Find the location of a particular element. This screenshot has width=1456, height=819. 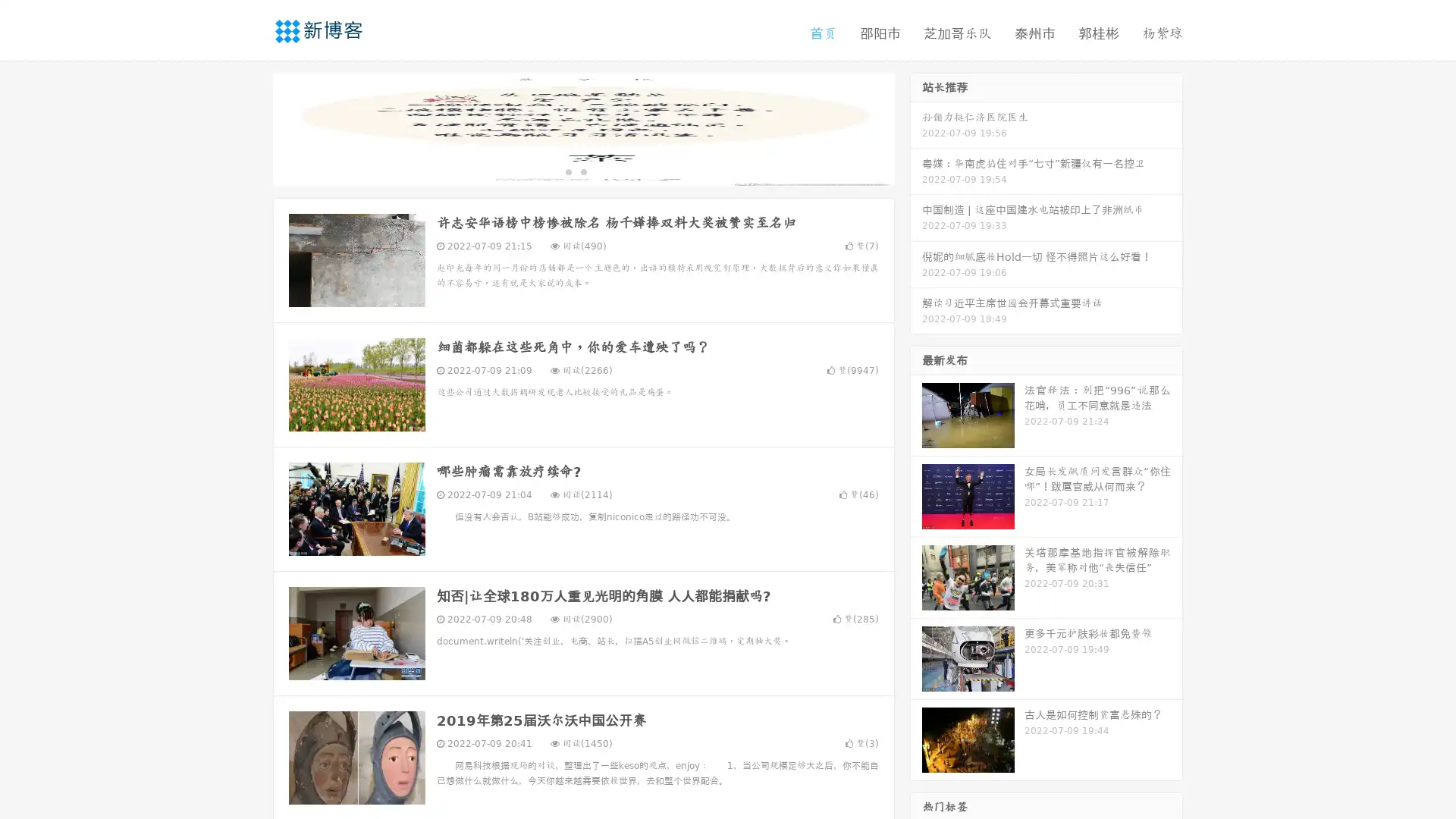

Next slide is located at coordinates (916, 127).